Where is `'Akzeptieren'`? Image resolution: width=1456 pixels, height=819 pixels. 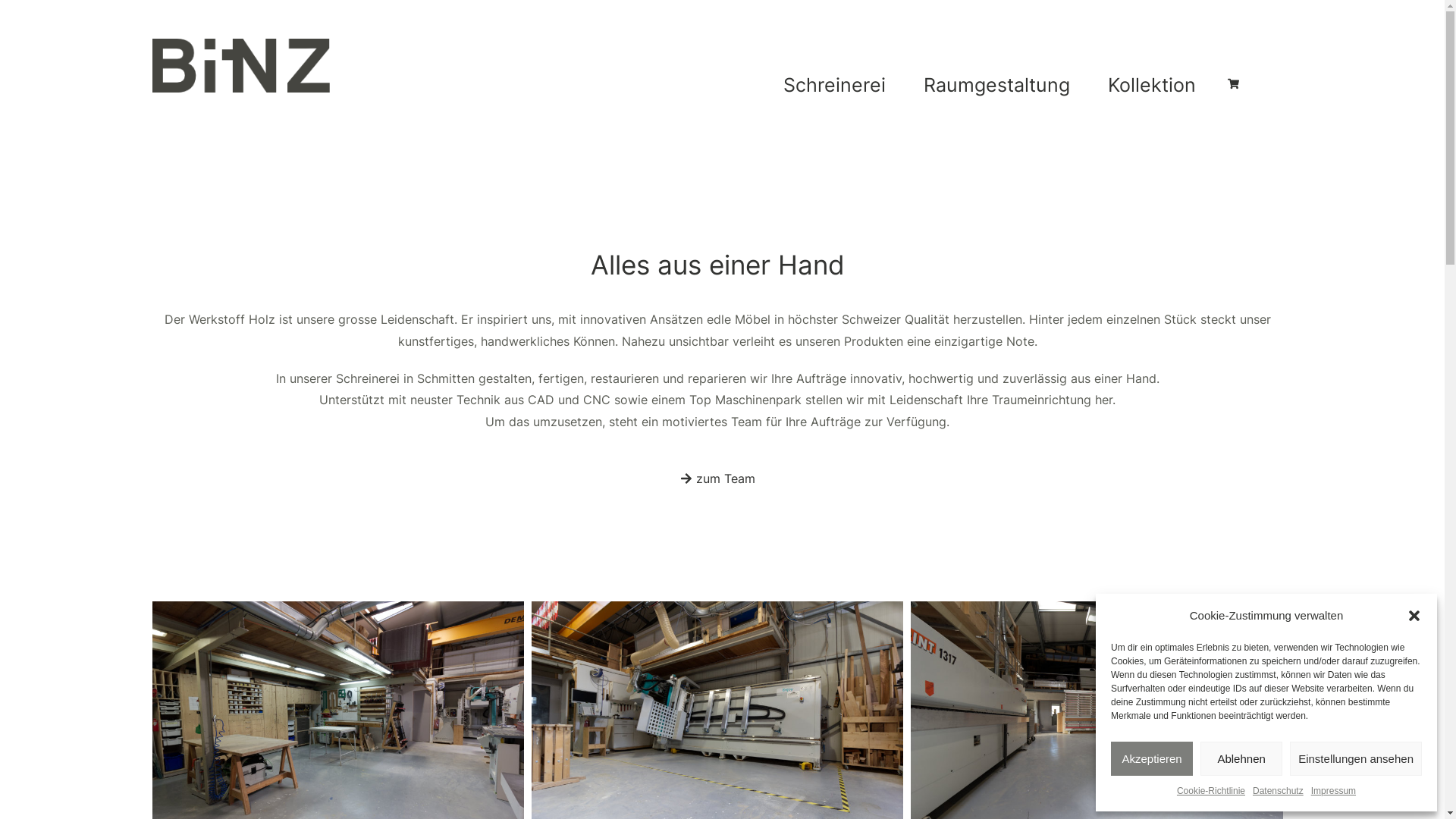 'Akzeptieren' is located at coordinates (1110, 758).